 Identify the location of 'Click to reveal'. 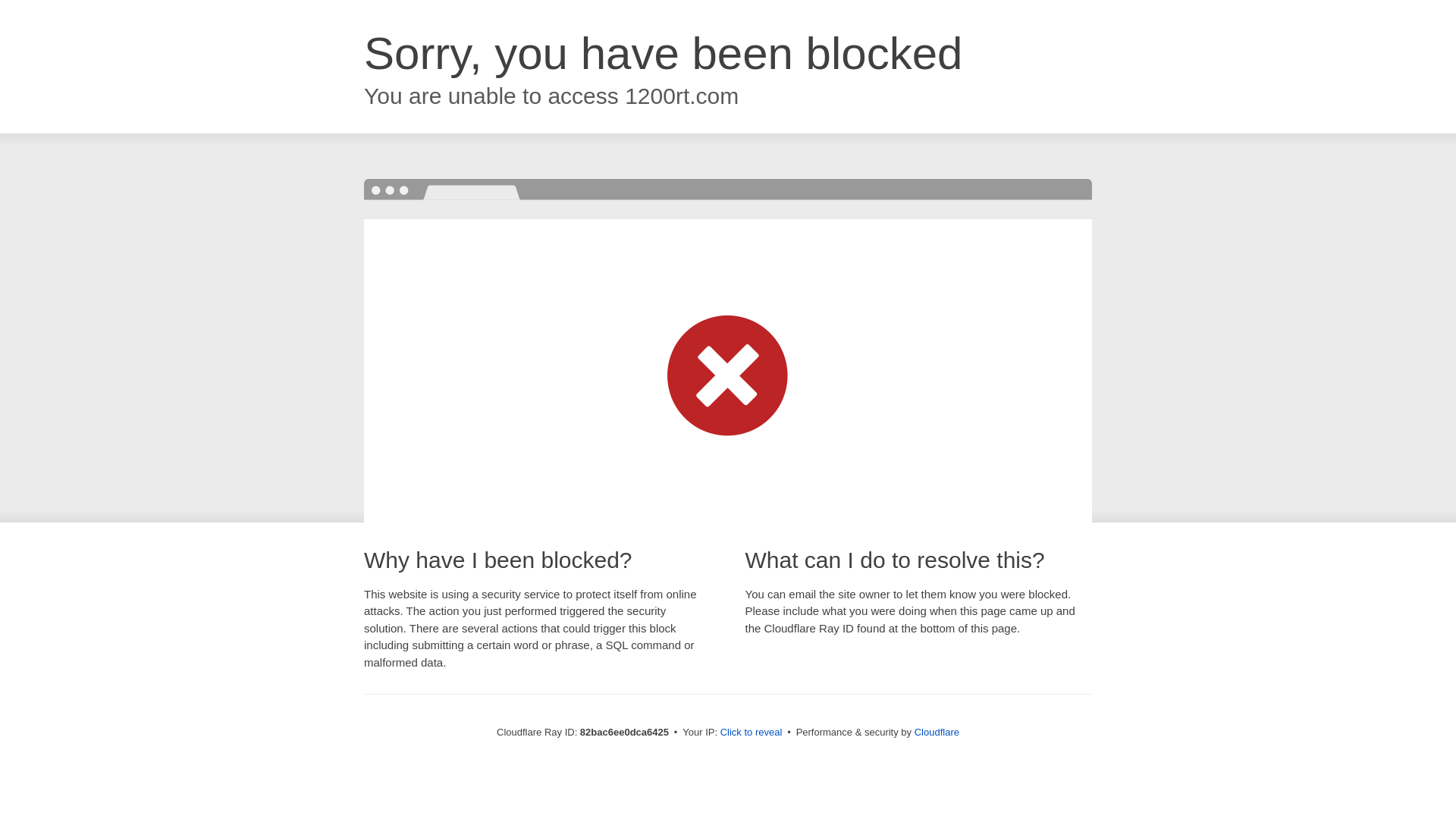
(751, 731).